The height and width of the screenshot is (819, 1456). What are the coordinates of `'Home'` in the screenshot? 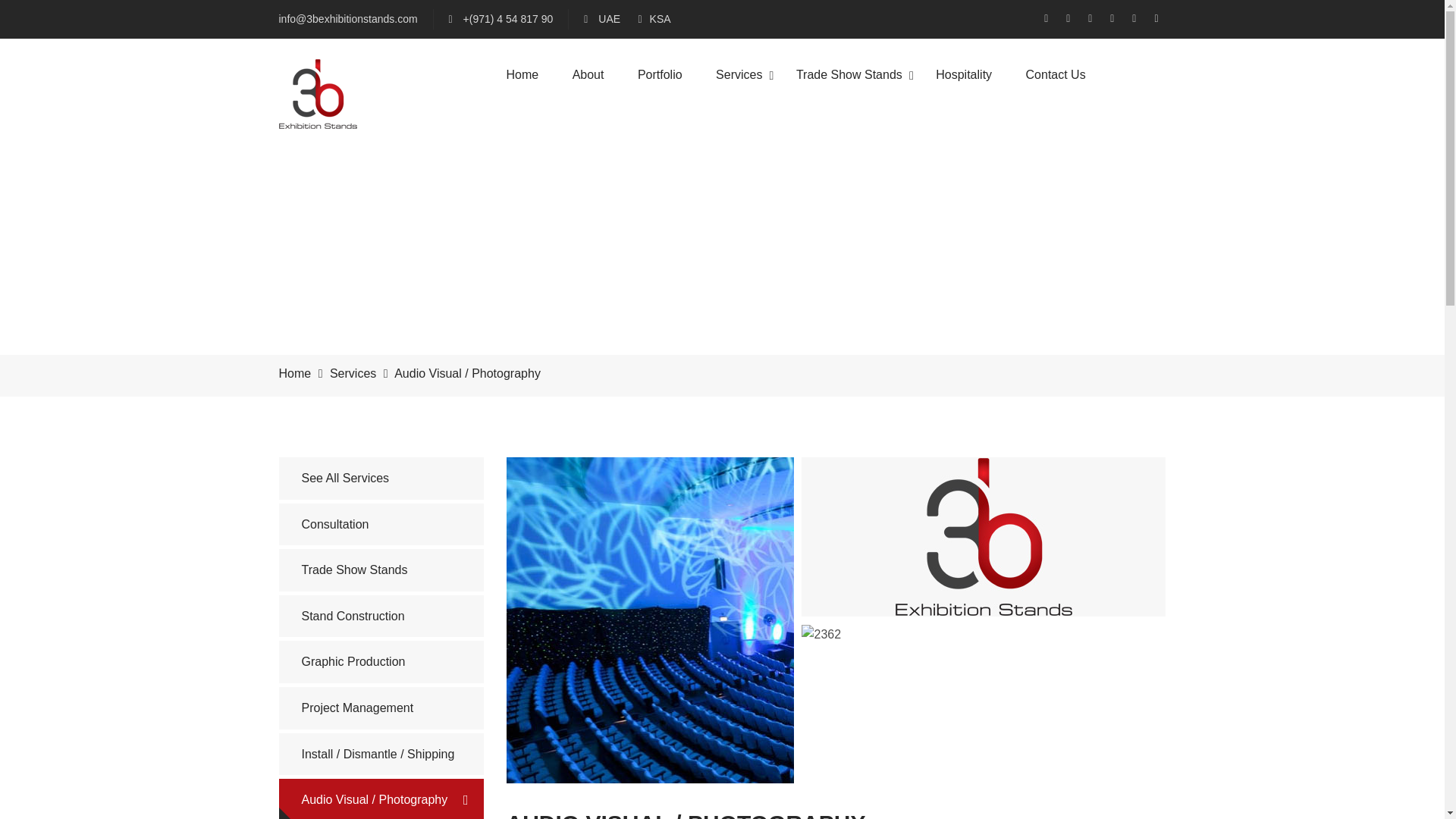 It's located at (295, 373).